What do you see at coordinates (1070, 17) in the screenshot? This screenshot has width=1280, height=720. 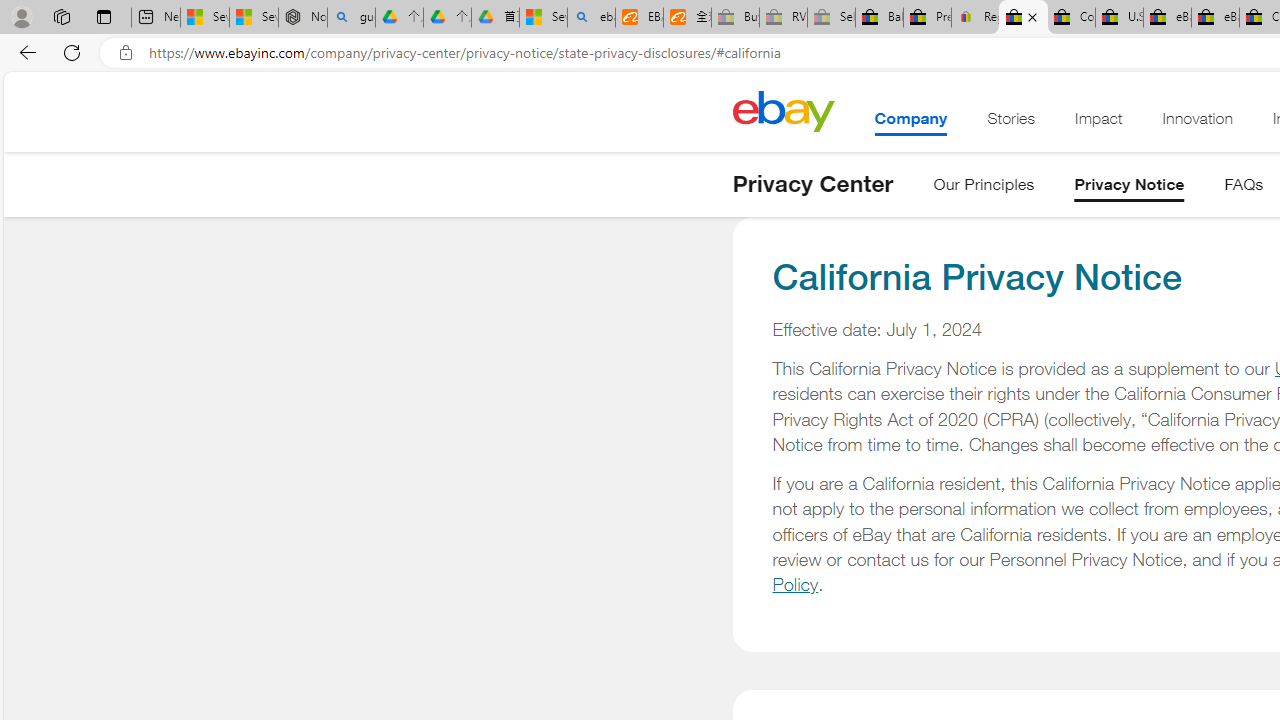 I see `'Consumer Health Data Privacy Policy - eBay Inc.'` at bounding box center [1070, 17].